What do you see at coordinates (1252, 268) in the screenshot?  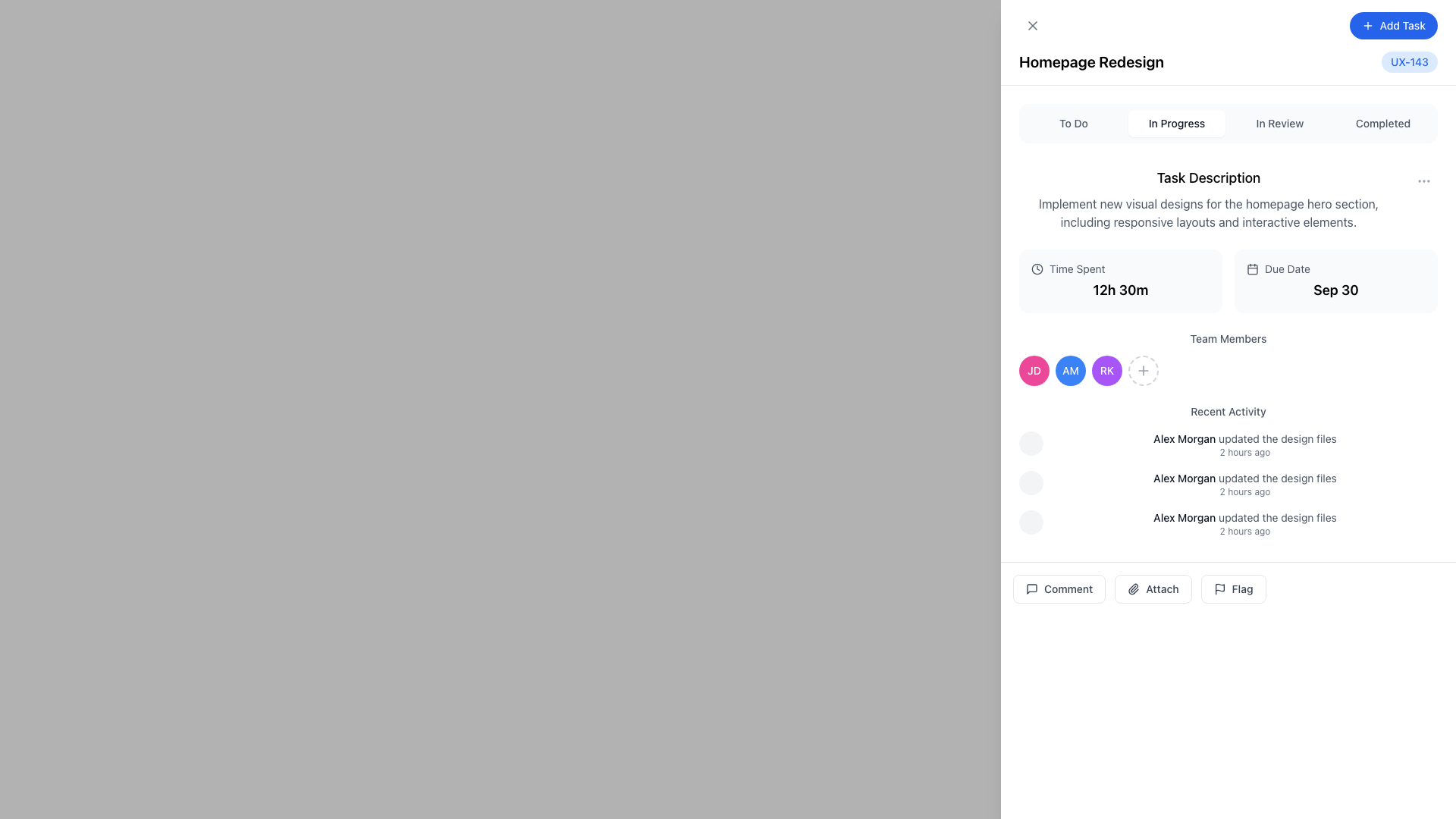 I see `the SVG rectangle component that visually represents the calendar icon, located centrally near the top of the 'Due Date' section` at bounding box center [1252, 268].